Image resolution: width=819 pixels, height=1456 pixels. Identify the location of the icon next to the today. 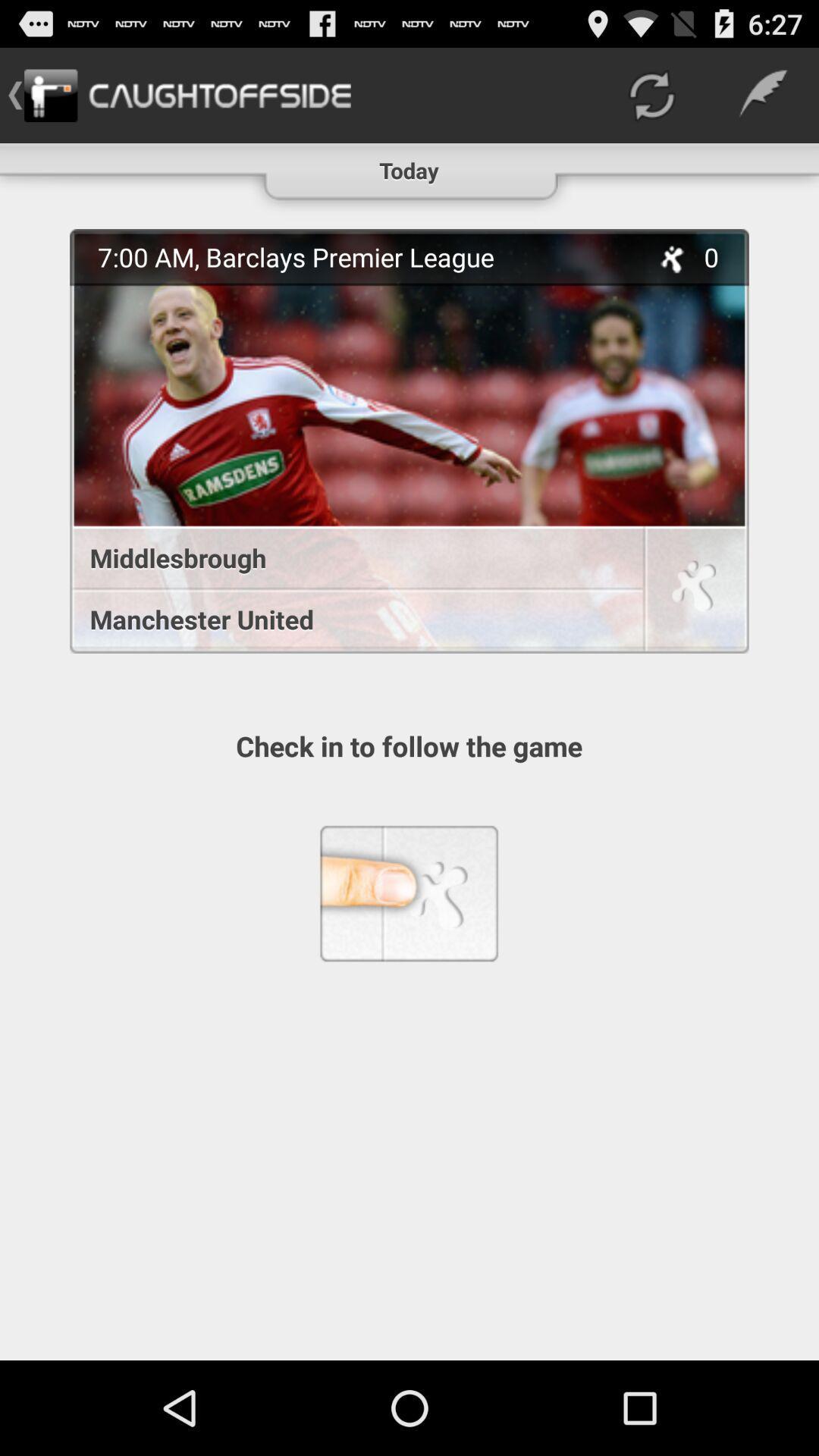
(651, 94).